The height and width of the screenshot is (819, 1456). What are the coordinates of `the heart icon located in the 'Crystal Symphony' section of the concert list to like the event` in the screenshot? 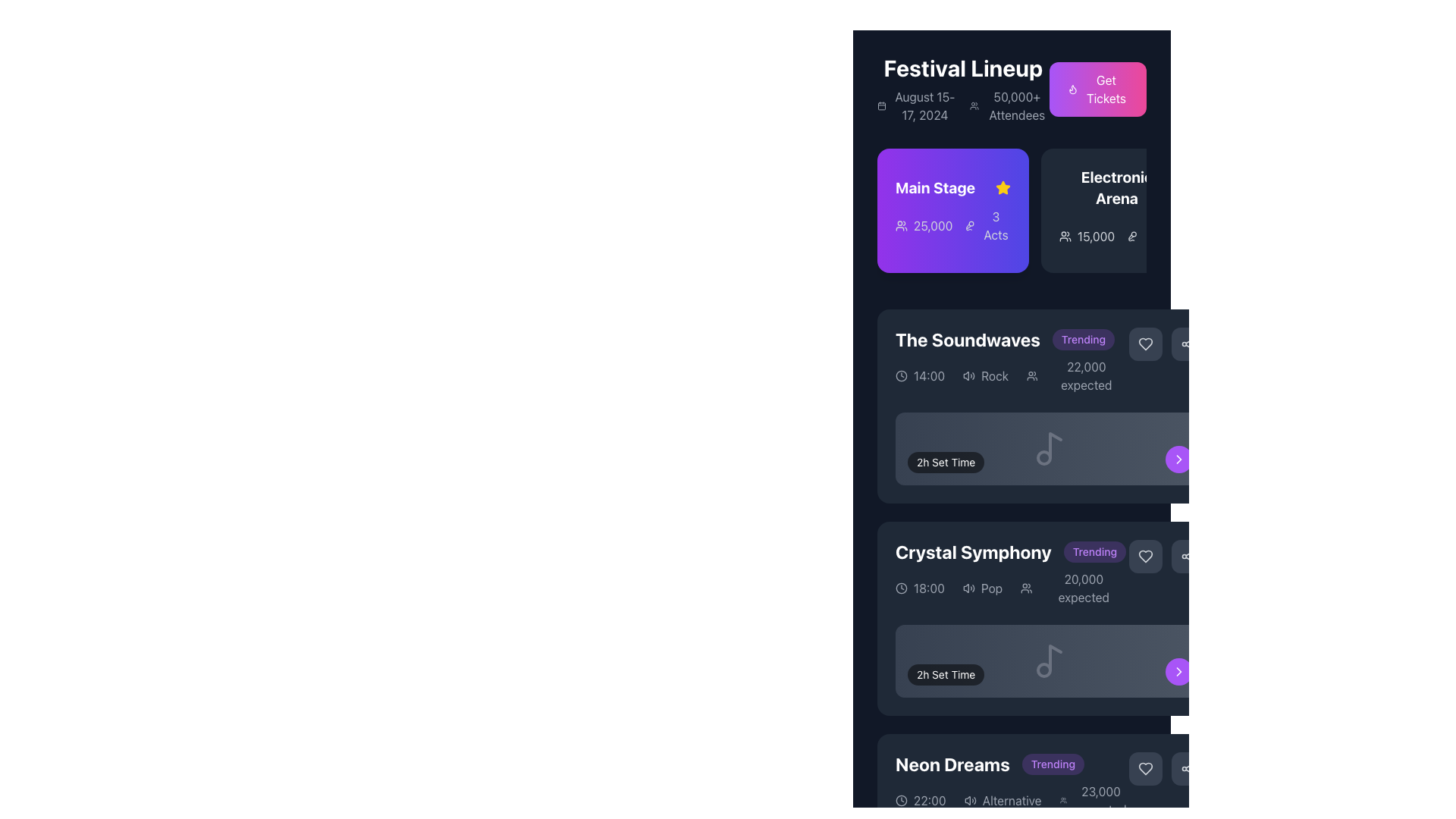 It's located at (1166, 556).